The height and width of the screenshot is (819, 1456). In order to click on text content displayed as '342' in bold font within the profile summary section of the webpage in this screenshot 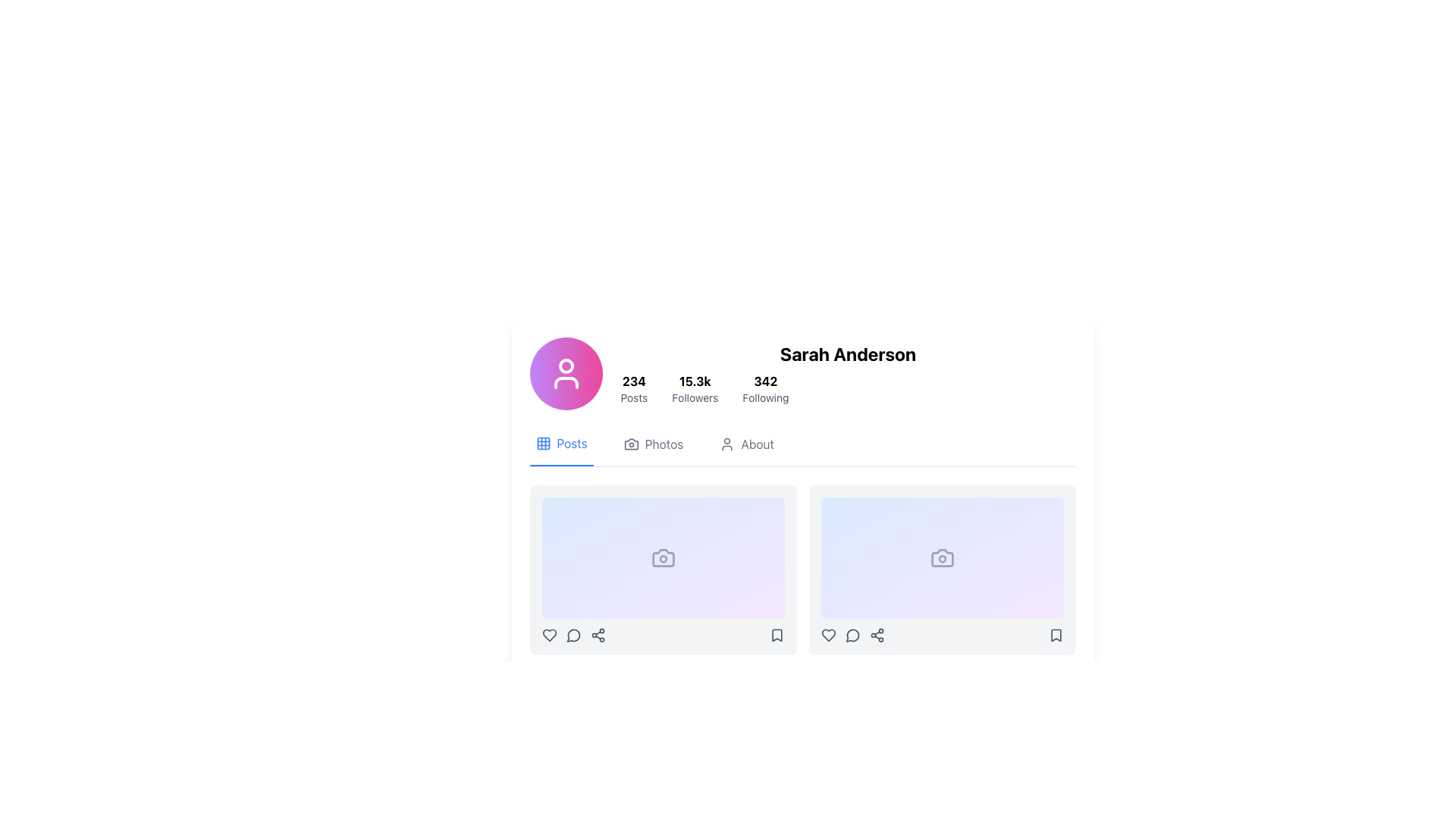, I will do `click(765, 380)`.